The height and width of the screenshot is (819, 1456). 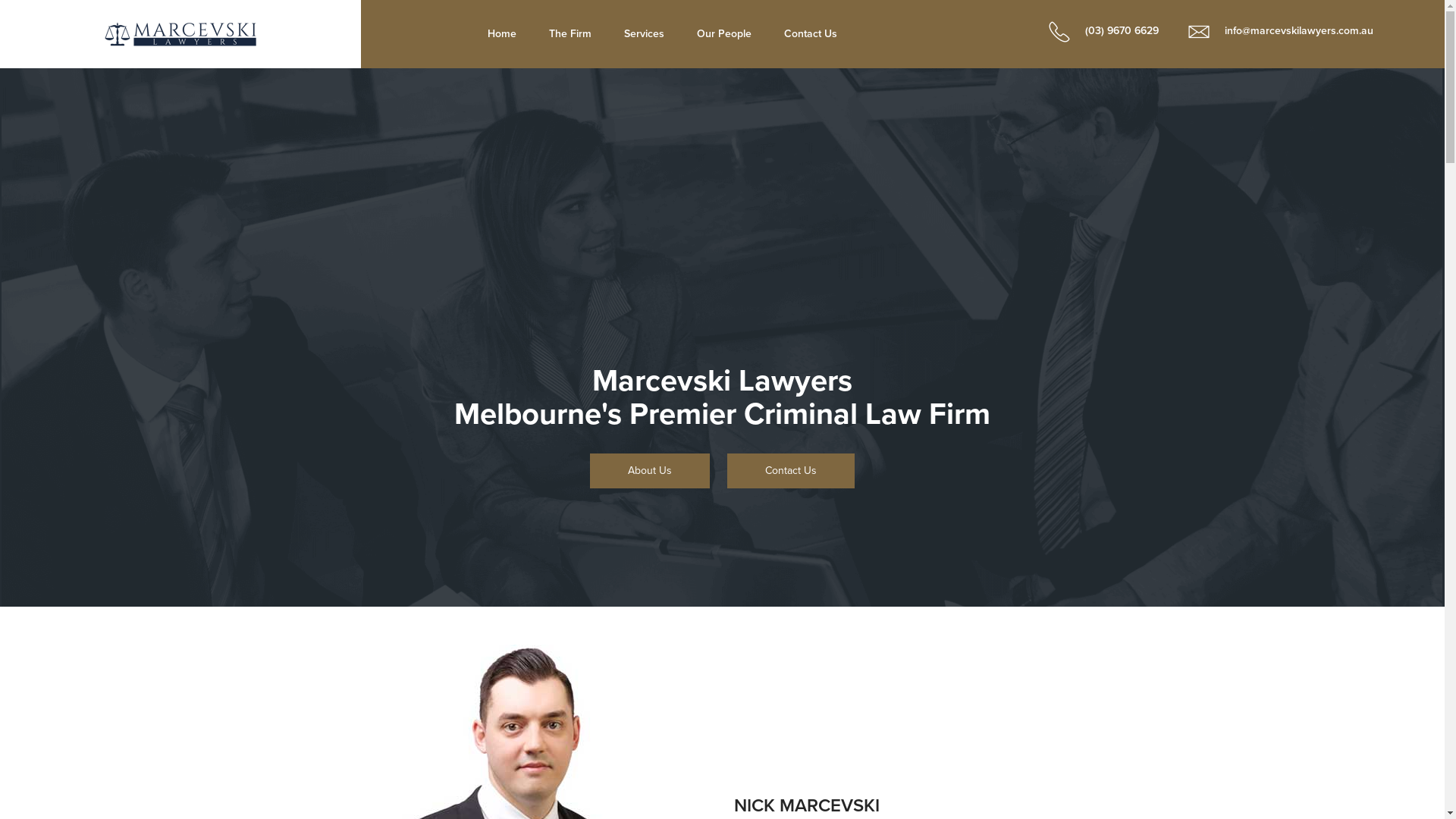 What do you see at coordinates (1096, 30) in the screenshot?
I see `'(03) 9670 6629'` at bounding box center [1096, 30].